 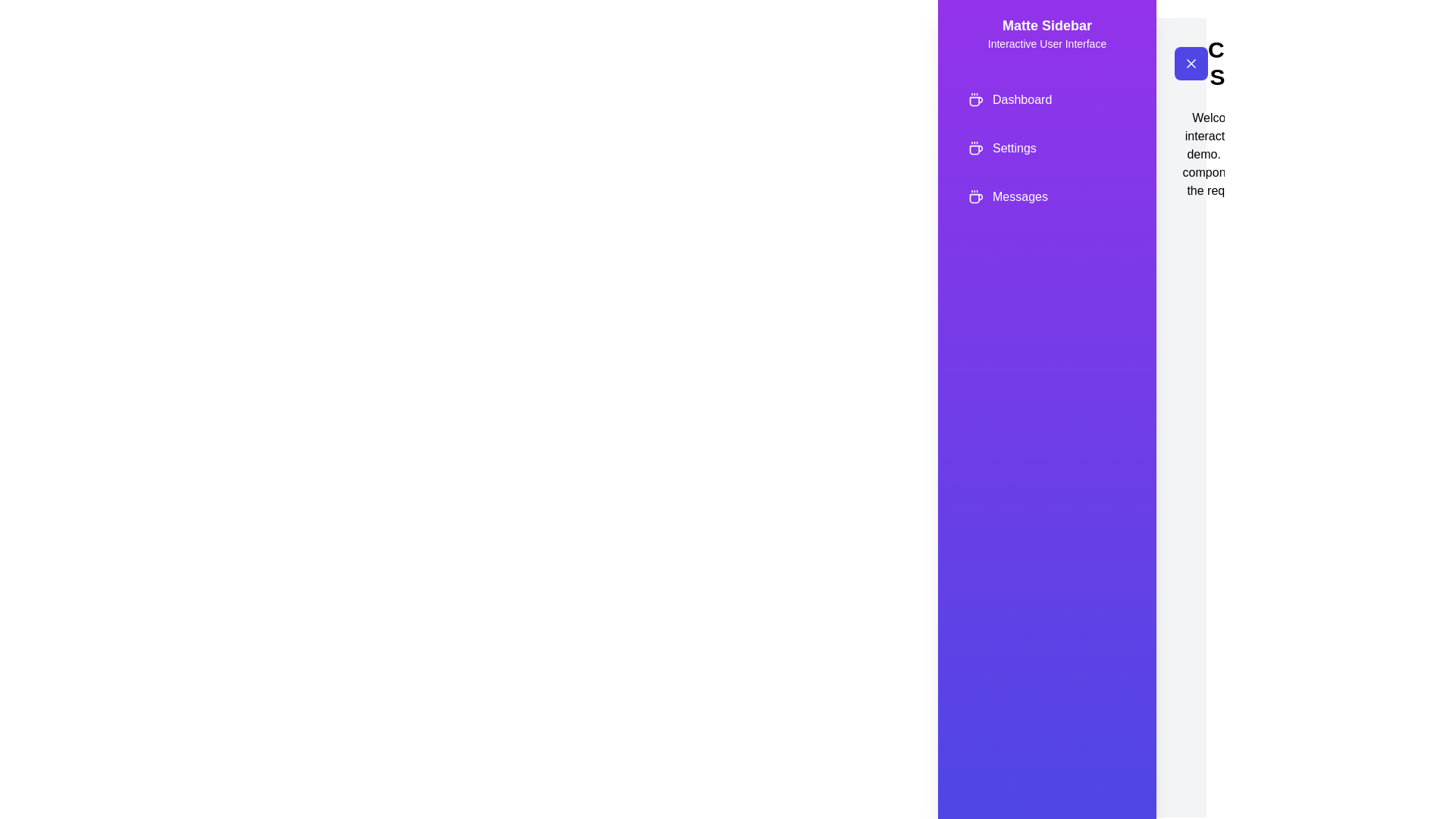 I want to click on the 'Dashboard' button, which has a purple background, a coffee cup icon on the left, and is the first item in the sidebar menu, so click(x=1046, y=99).